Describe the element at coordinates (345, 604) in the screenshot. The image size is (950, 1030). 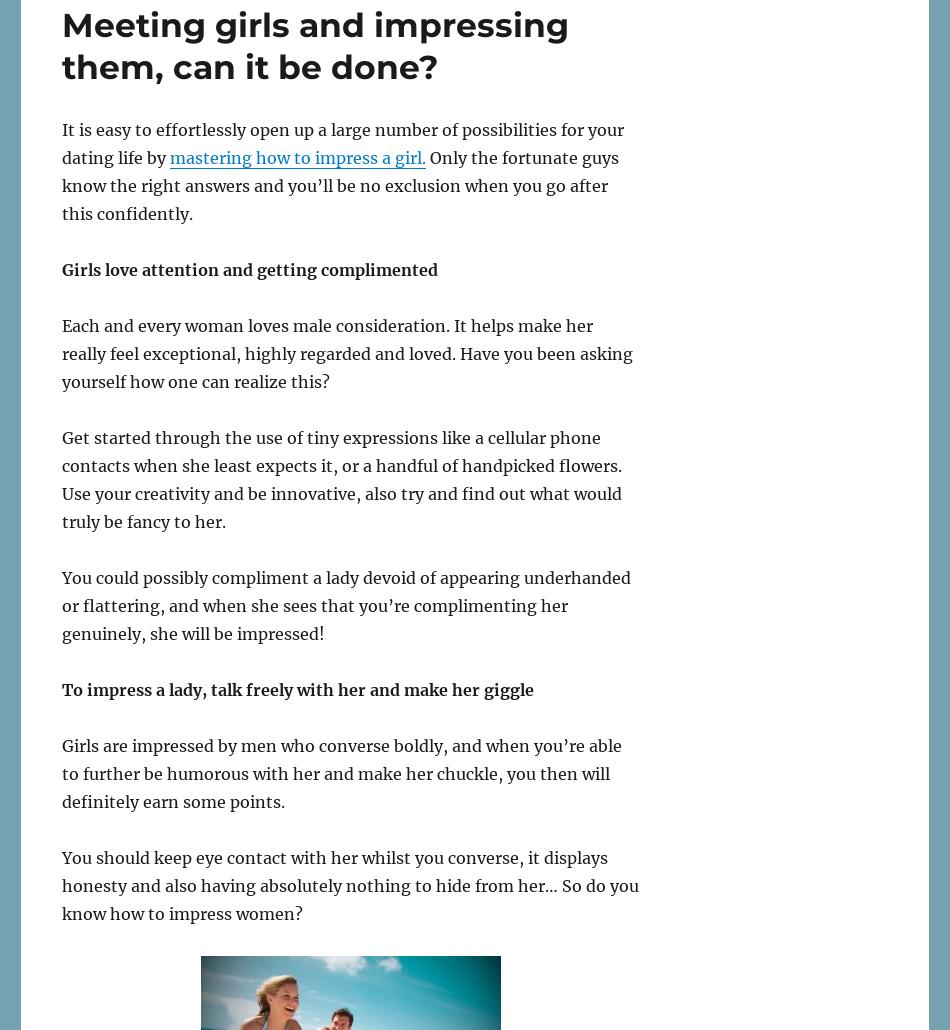
I see `'You could possibly compliment a lady devoid of appearing underhanded or flattering, and when she sees that you’re complimenting her genuinely, she will be impressed!'` at that location.